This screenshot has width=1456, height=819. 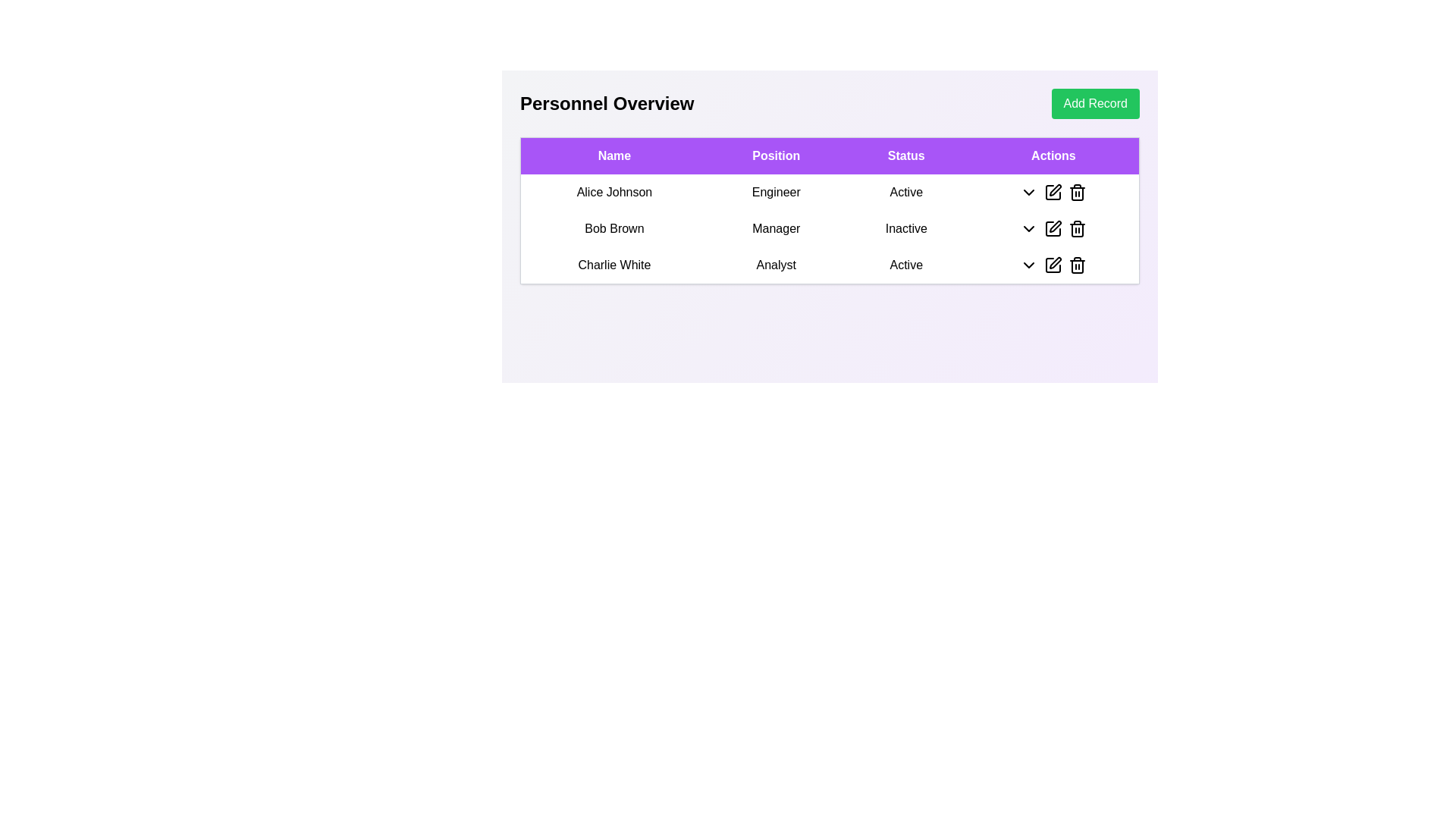 I want to click on the edit icon button in the 'Actions' column of the first row in the table, located next to 'Alice Johnson', so click(x=1055, y=189).